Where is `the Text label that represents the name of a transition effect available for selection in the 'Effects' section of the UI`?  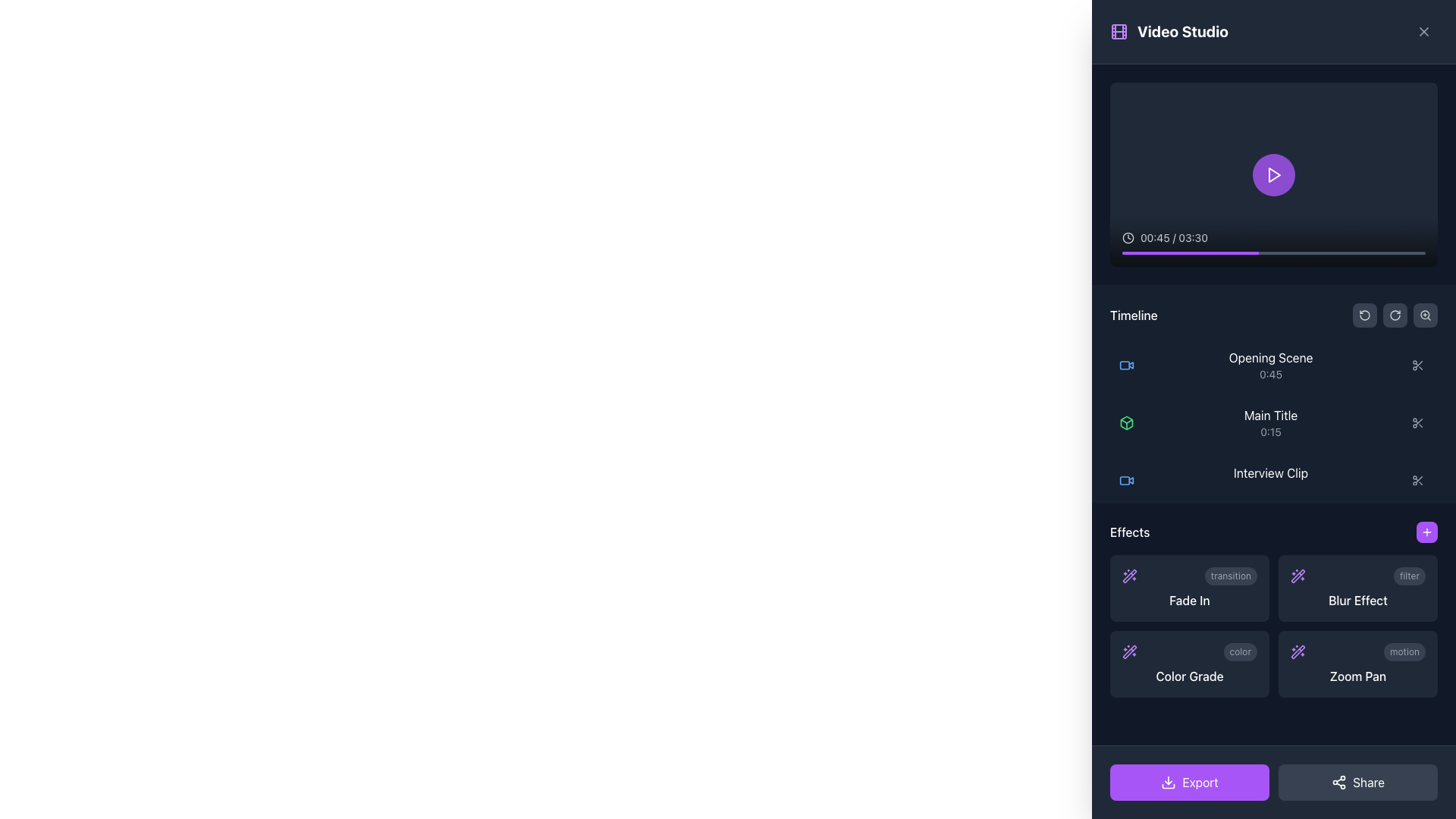
the Text label that represents the name of a transition effect available for selection in the 'Effects' section of the UI is located at coordinates (1189, 599).